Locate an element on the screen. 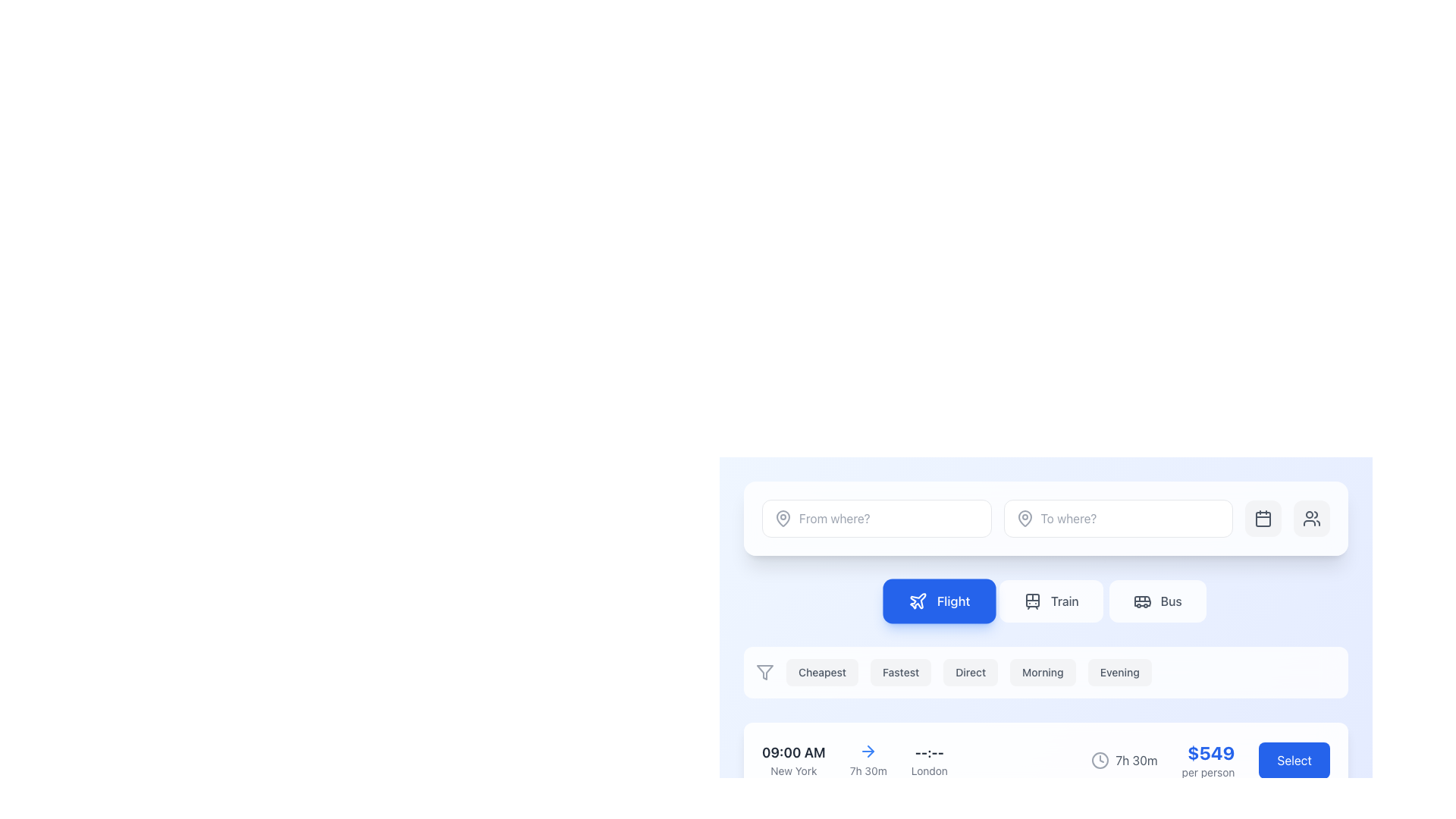 This screenshot has width=1456, height=819. the rounded rectangular button with a light gray background and a calendar icon to trigger the date selection functionality is located at coordinates (1263, 517).